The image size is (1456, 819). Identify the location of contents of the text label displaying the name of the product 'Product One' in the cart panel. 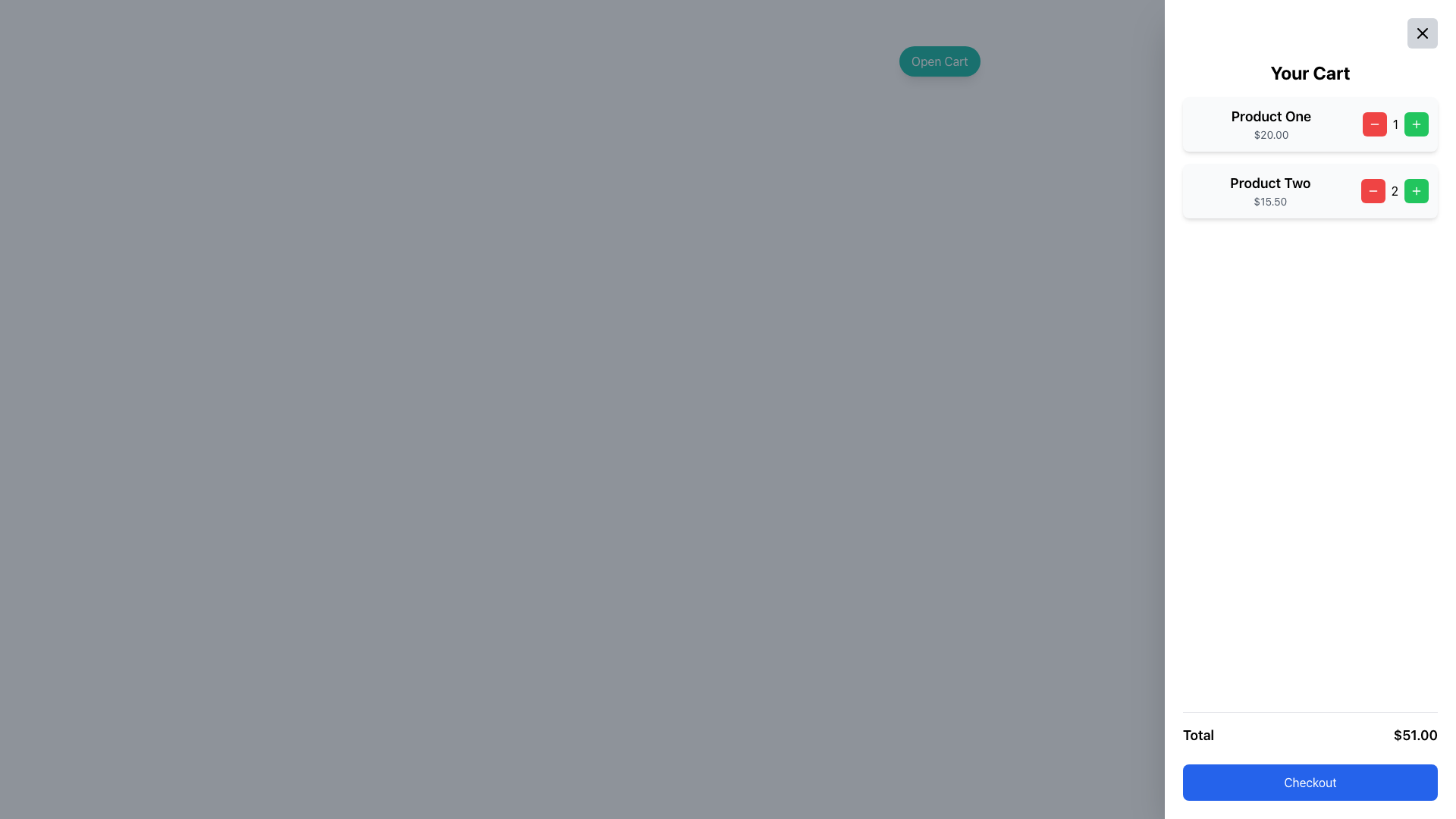
(1271, 116).